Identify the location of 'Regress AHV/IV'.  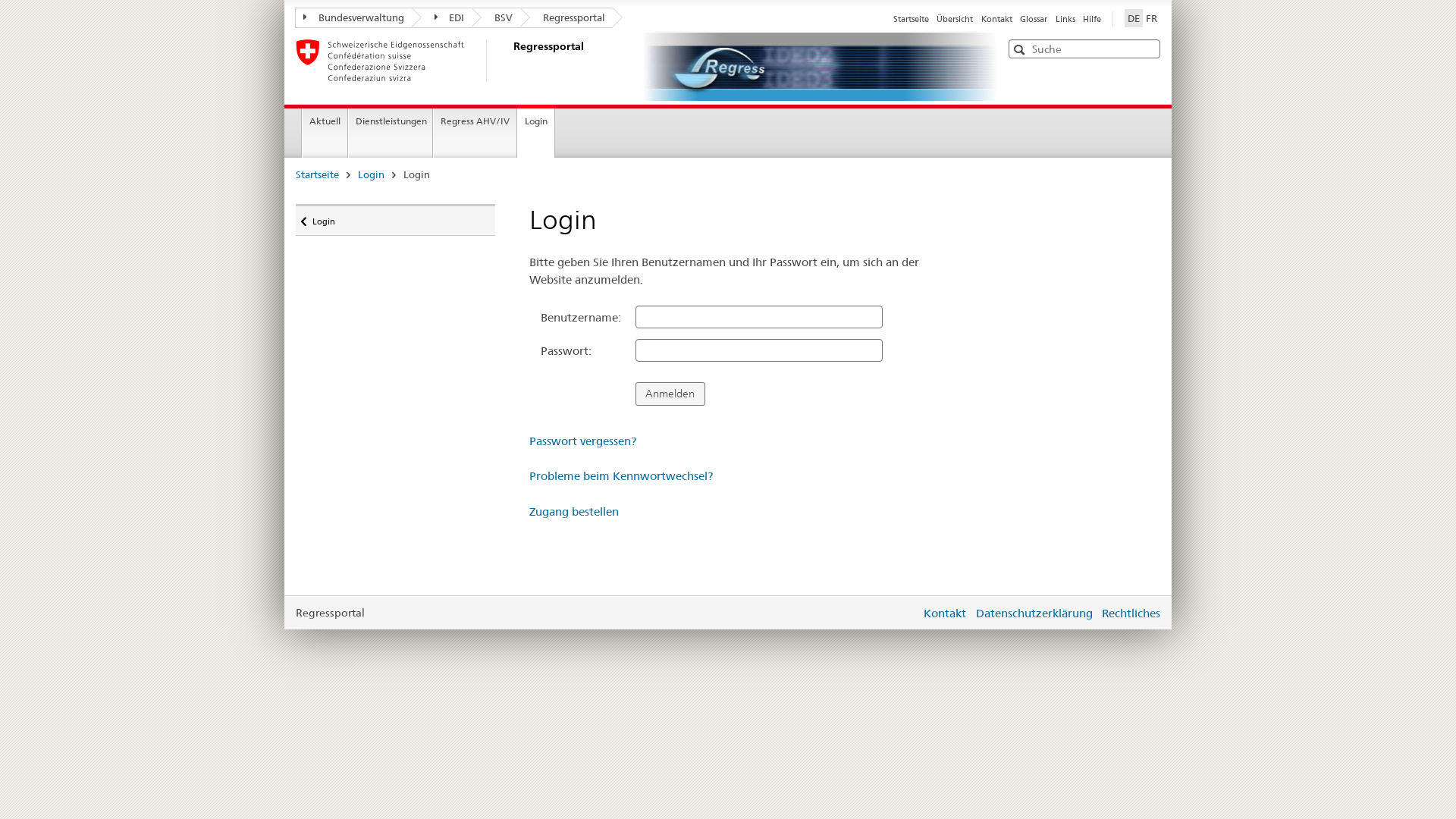
(432, 132).